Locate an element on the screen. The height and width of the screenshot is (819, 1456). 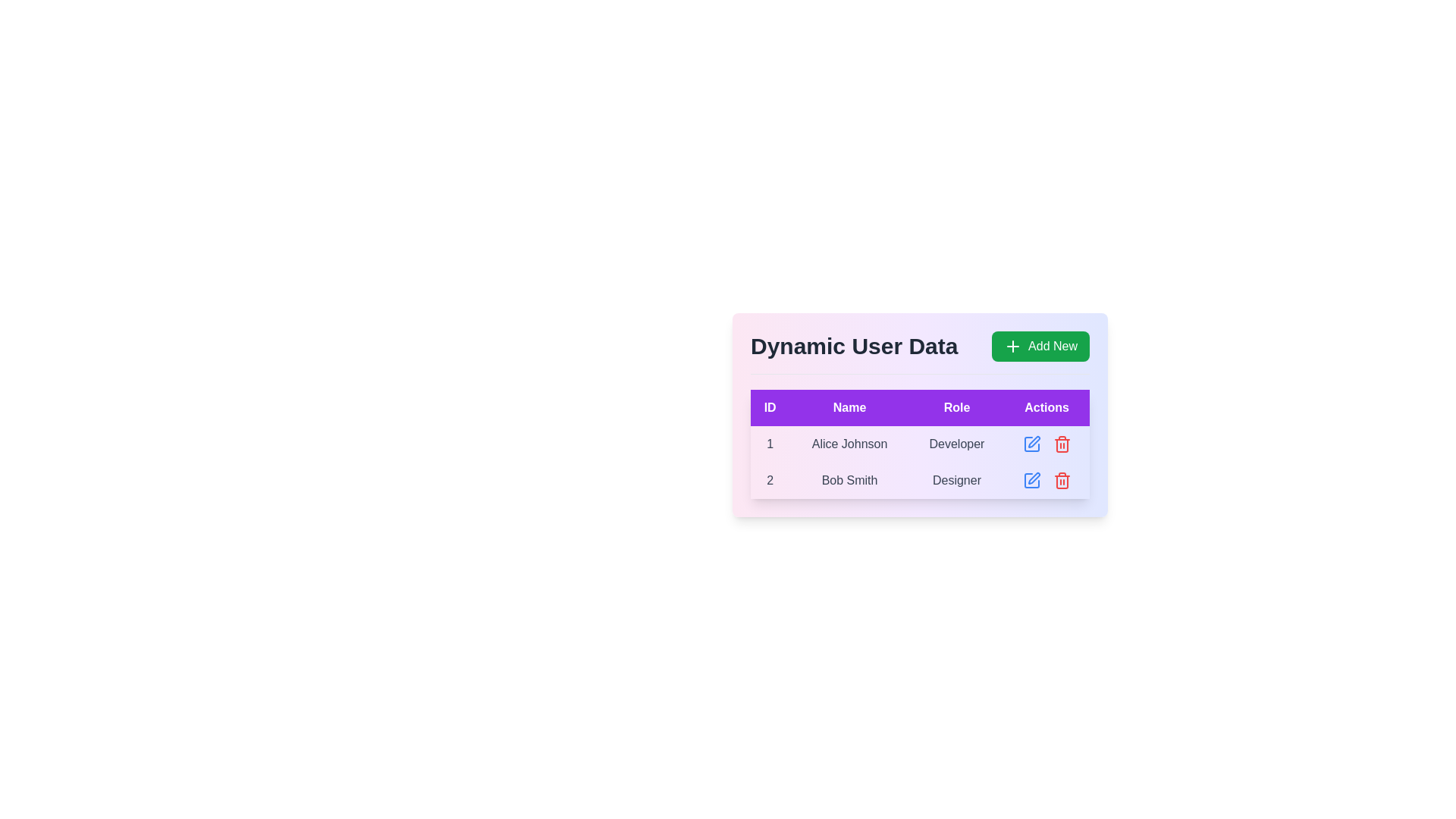
label of the header cell for the 'Actions' column in the data table, which is positioned as the fourth column to the right of the 'Role' column is located at coordinates (1046, 406).